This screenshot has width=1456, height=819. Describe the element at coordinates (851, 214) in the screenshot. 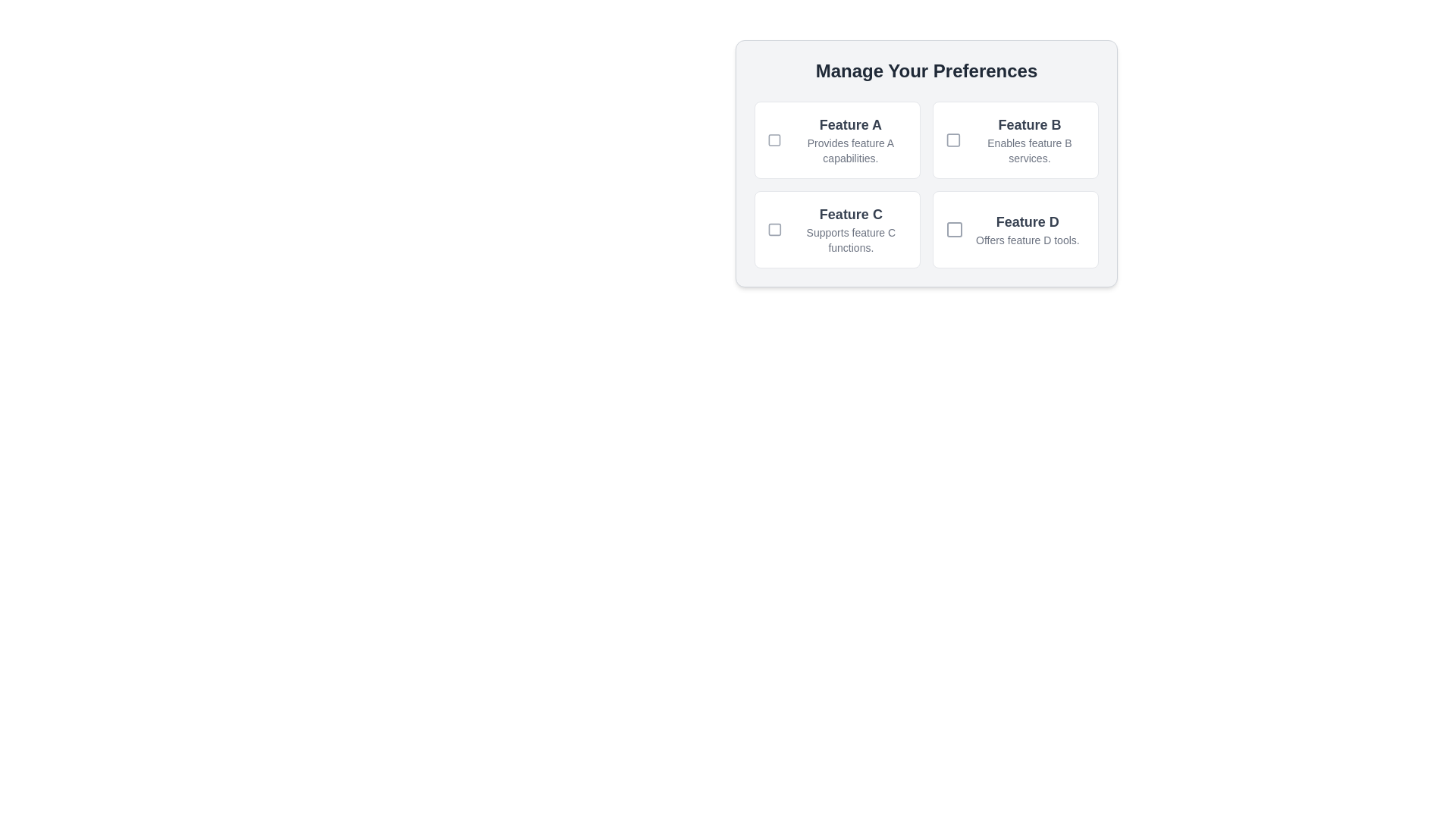

I see `the text label reading 'Feature C', which is styled with a bold font and dark gray color, located at the top of the 'Feature C' section` at that location.